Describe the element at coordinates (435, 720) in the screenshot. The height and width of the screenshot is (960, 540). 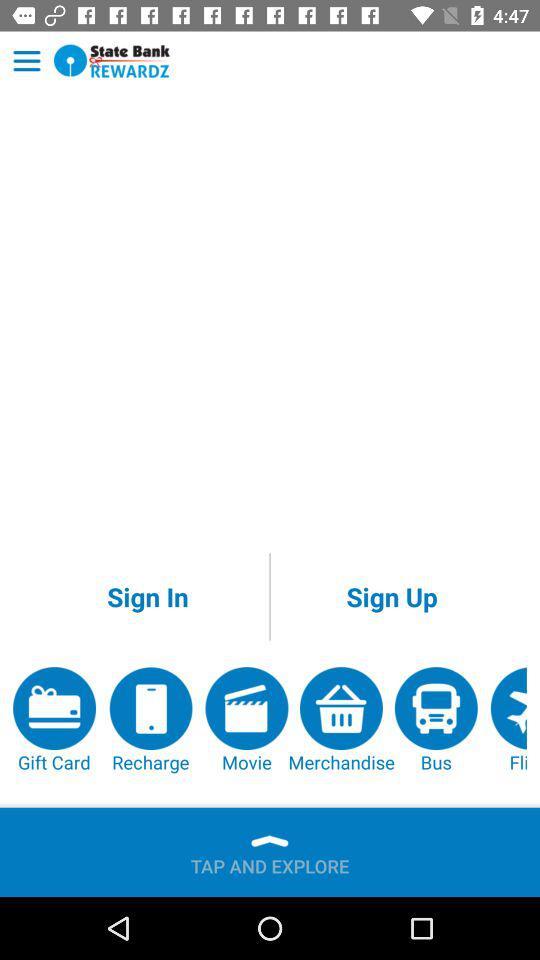
I see `app to the left of flight app` at that location.